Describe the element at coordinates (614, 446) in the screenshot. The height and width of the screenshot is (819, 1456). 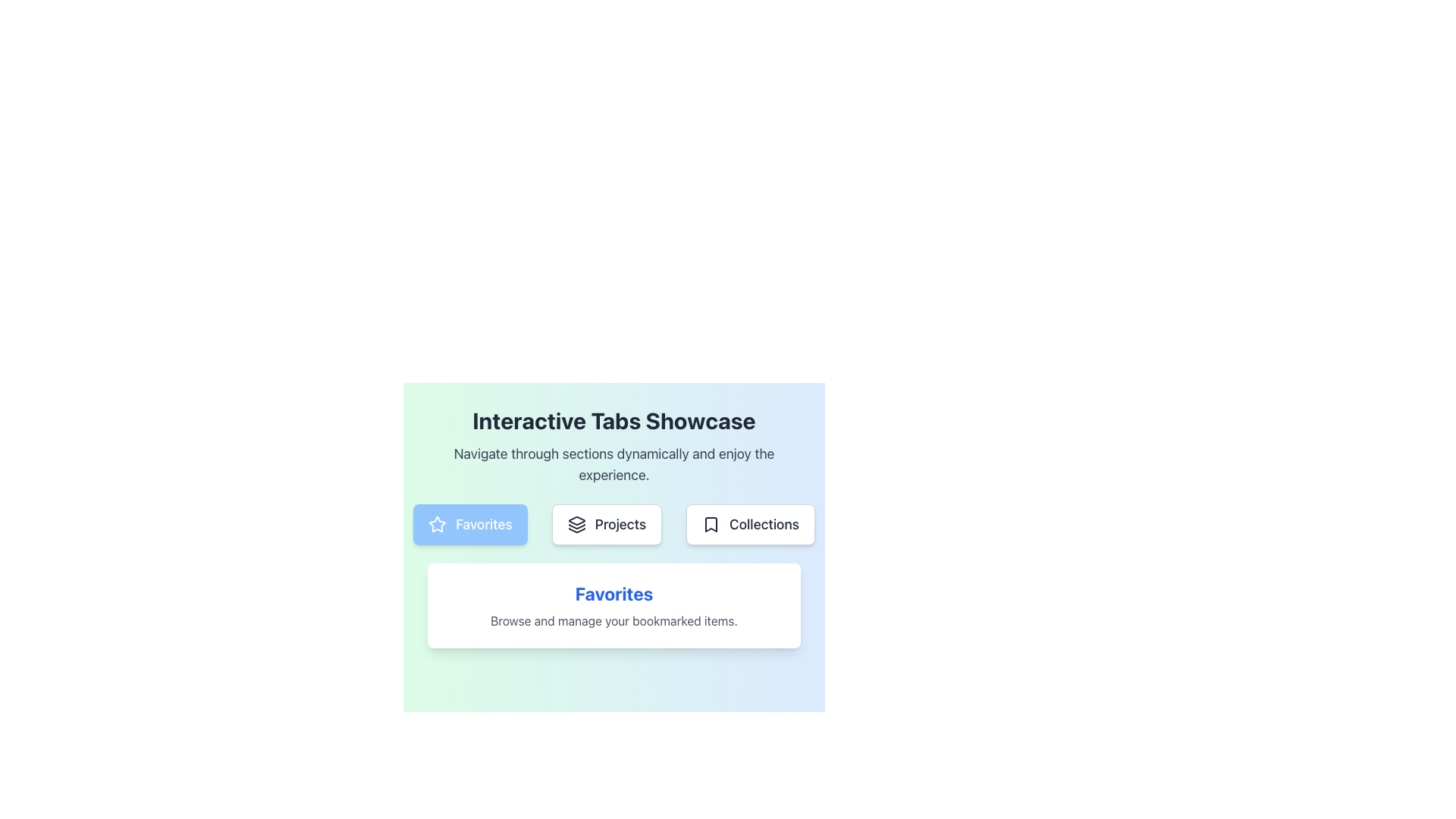
I see `the Informational Text Block titled 'Interactive Tabs Showcase' that contains the description 'Navigate through sections dynamically and enjoy the experience.'` at that location.